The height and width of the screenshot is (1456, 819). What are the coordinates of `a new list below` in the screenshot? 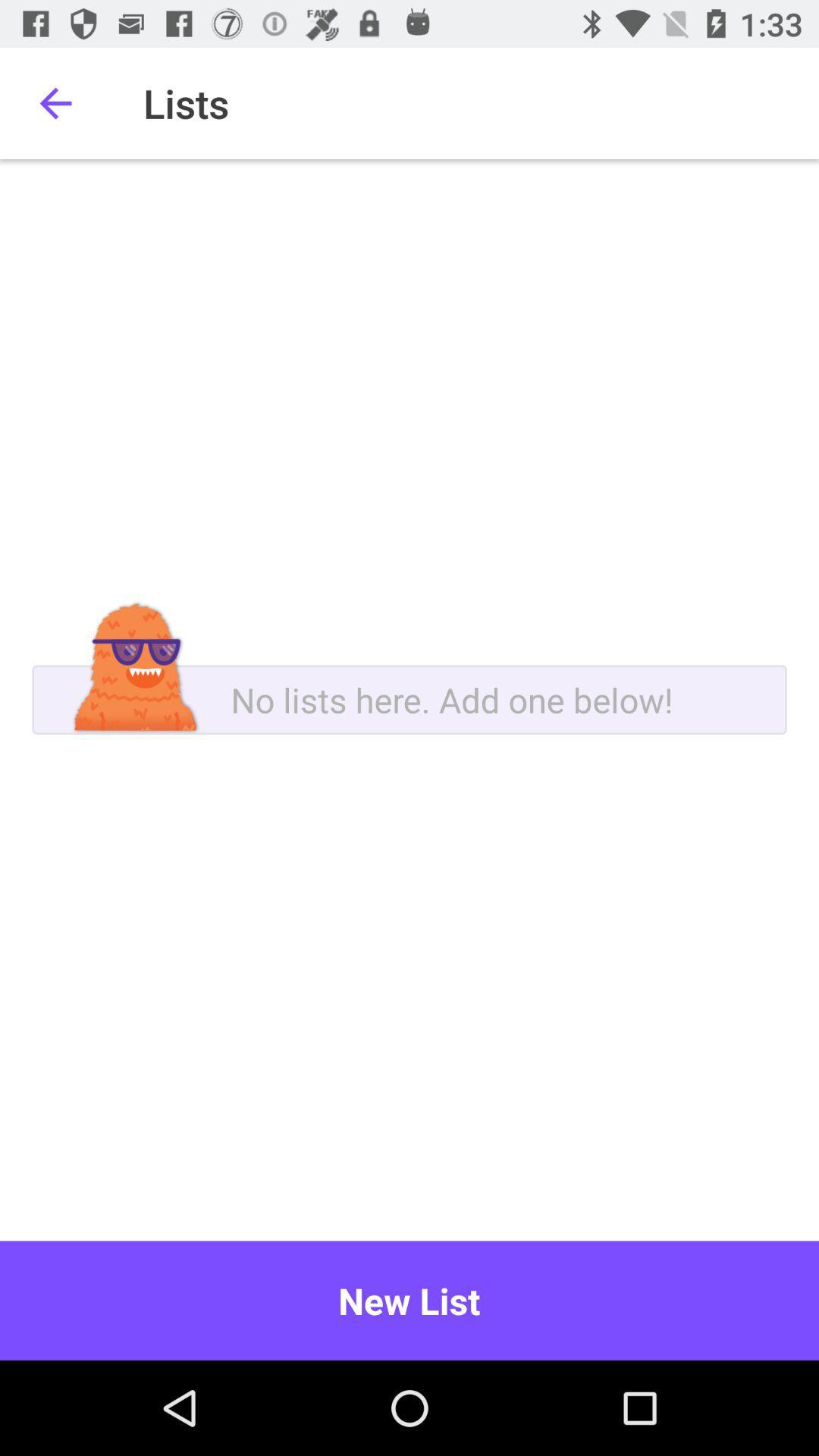 It's located at (409, 699).